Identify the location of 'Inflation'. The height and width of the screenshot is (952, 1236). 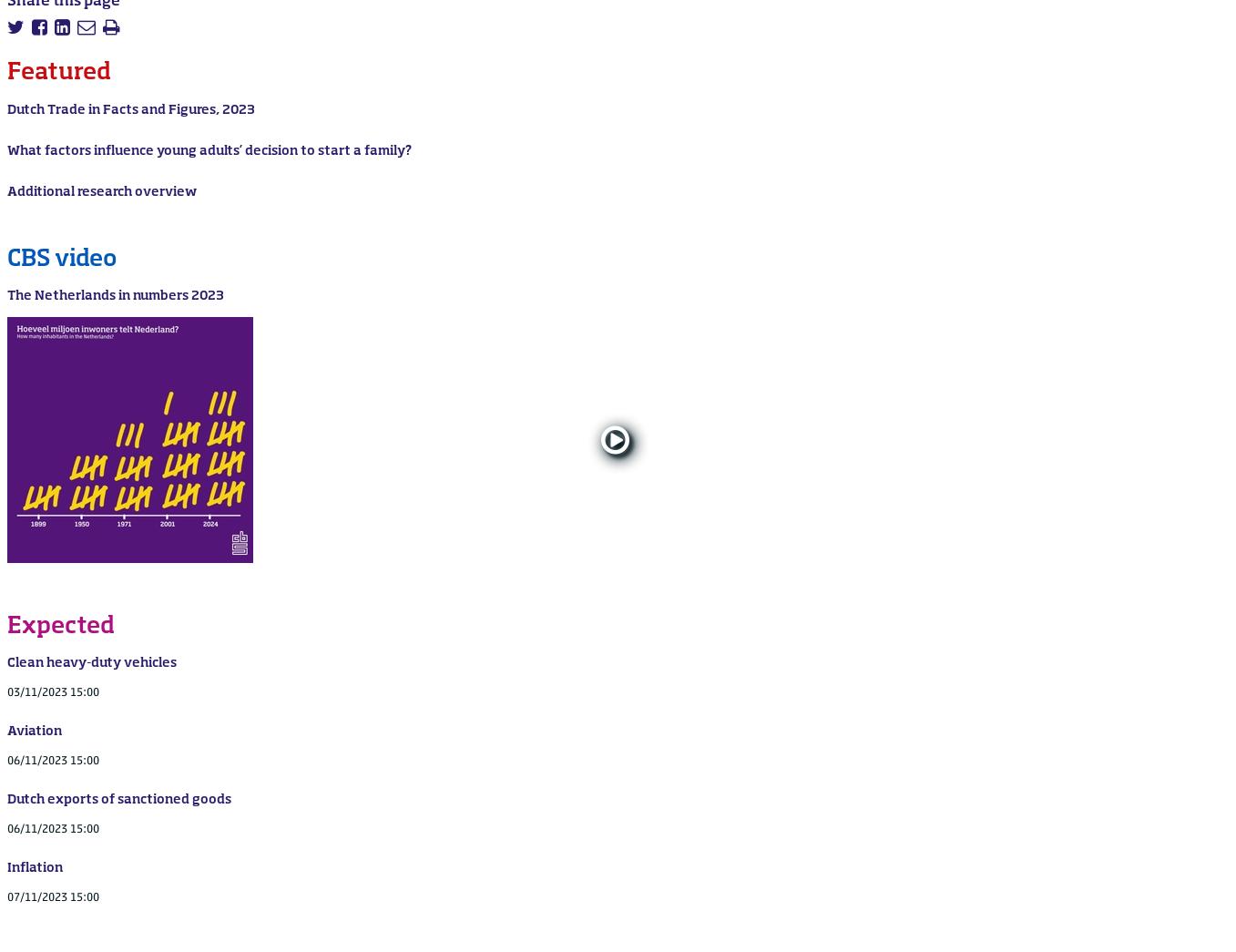
(6, 867).